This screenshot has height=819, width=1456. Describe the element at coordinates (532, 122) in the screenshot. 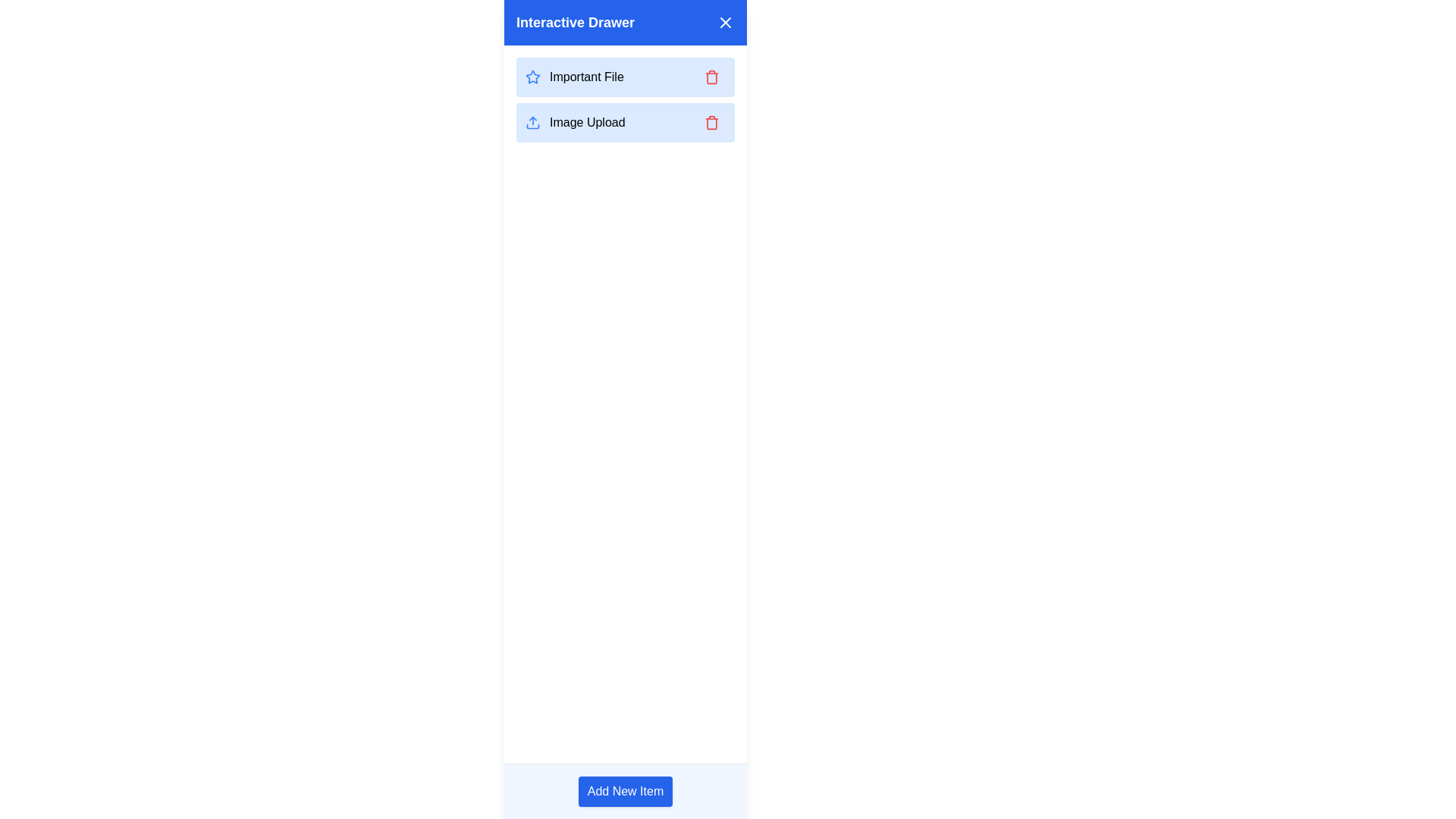

I see `the blue upload icon, which features an upward arrow above a rectangular base, located at the beginning of a horizontal layout that includes the text 'Image Upload'` at that location.